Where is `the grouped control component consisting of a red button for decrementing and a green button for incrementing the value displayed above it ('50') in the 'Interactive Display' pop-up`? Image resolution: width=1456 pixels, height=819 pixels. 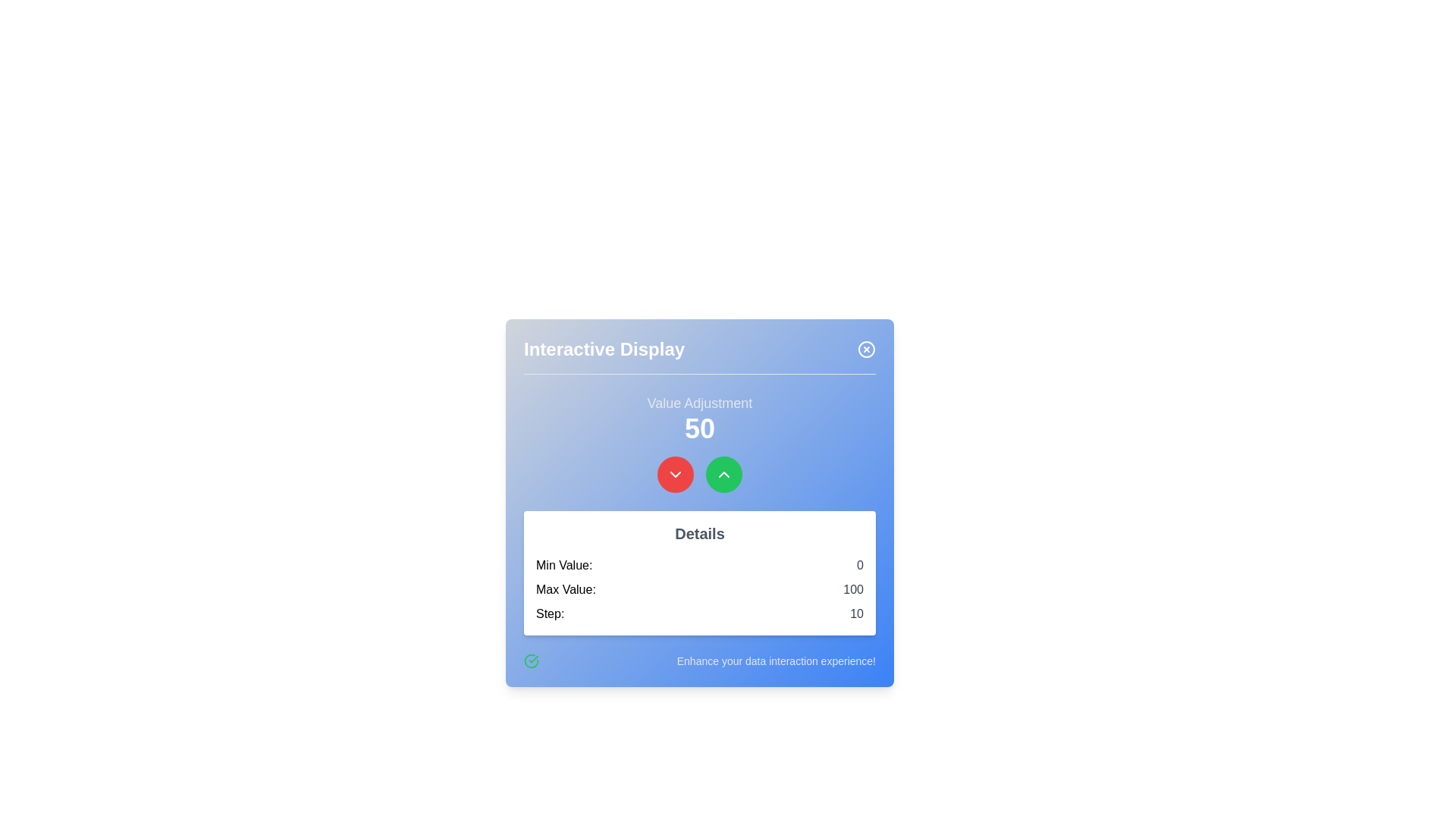 the grouped control component consisting of a red button for decrementing and a green button for incrementing the value displayed above it ('50') in the 'Interactive Display' pop-up is located at coordinates (698, 473).